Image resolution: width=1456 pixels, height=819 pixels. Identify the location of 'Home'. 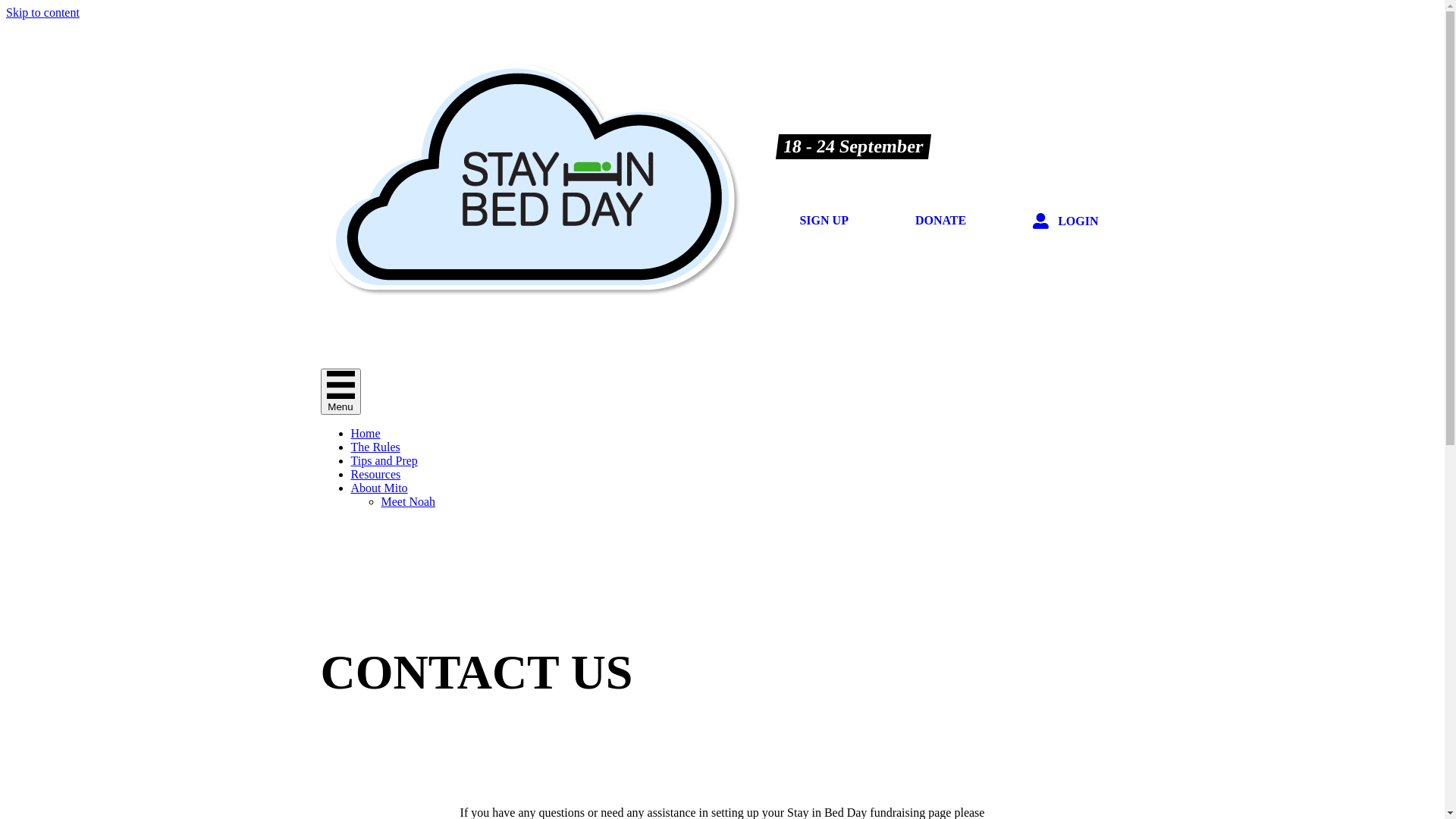
(365, 433).